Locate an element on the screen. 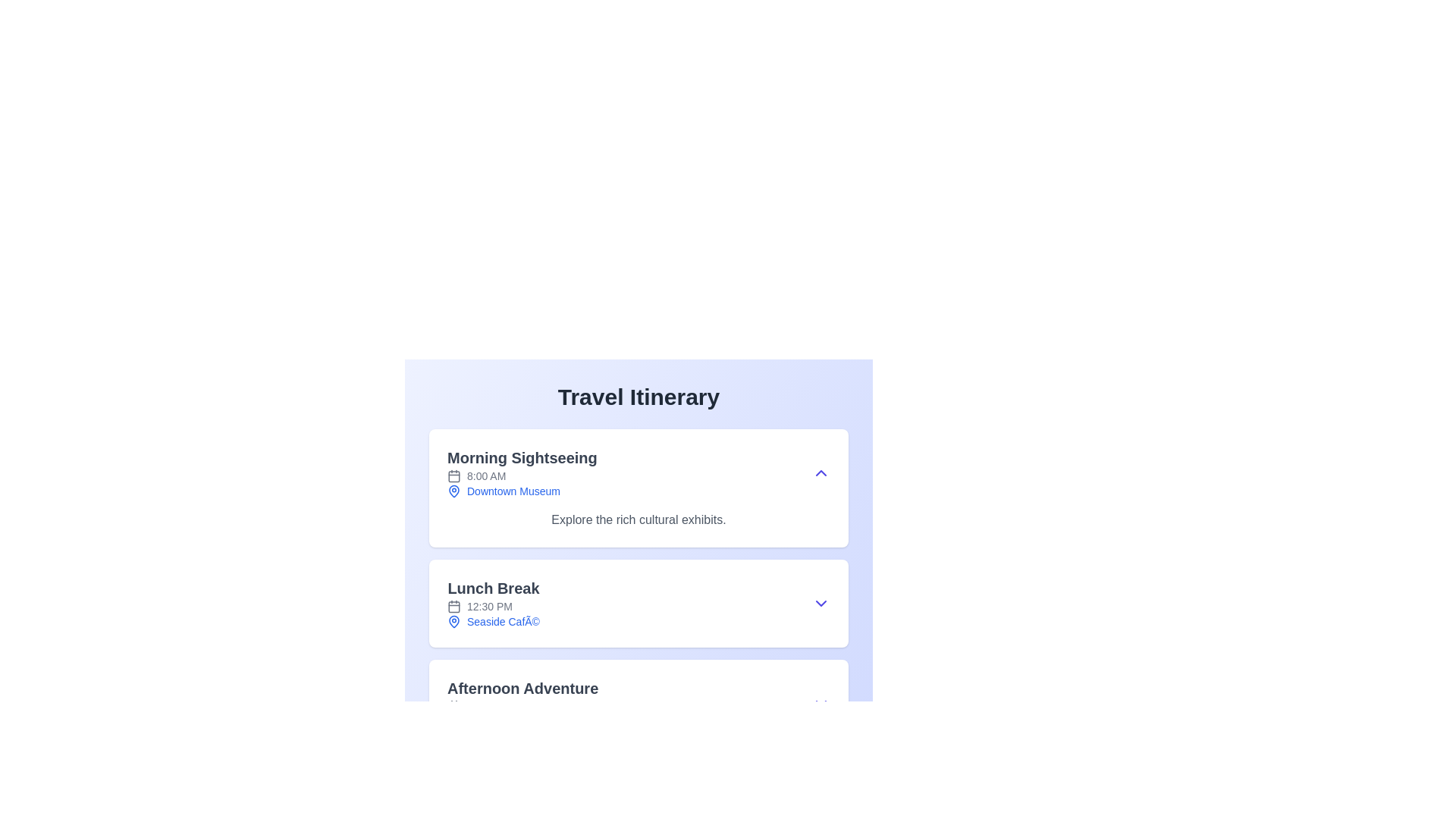 The height and width of the screenshot is (819, 1456). the day box area within the calendar icon, which is positioned near the top-left corner of the icon and represents a date in scheduling contexts is located at coordinates (453, 475).